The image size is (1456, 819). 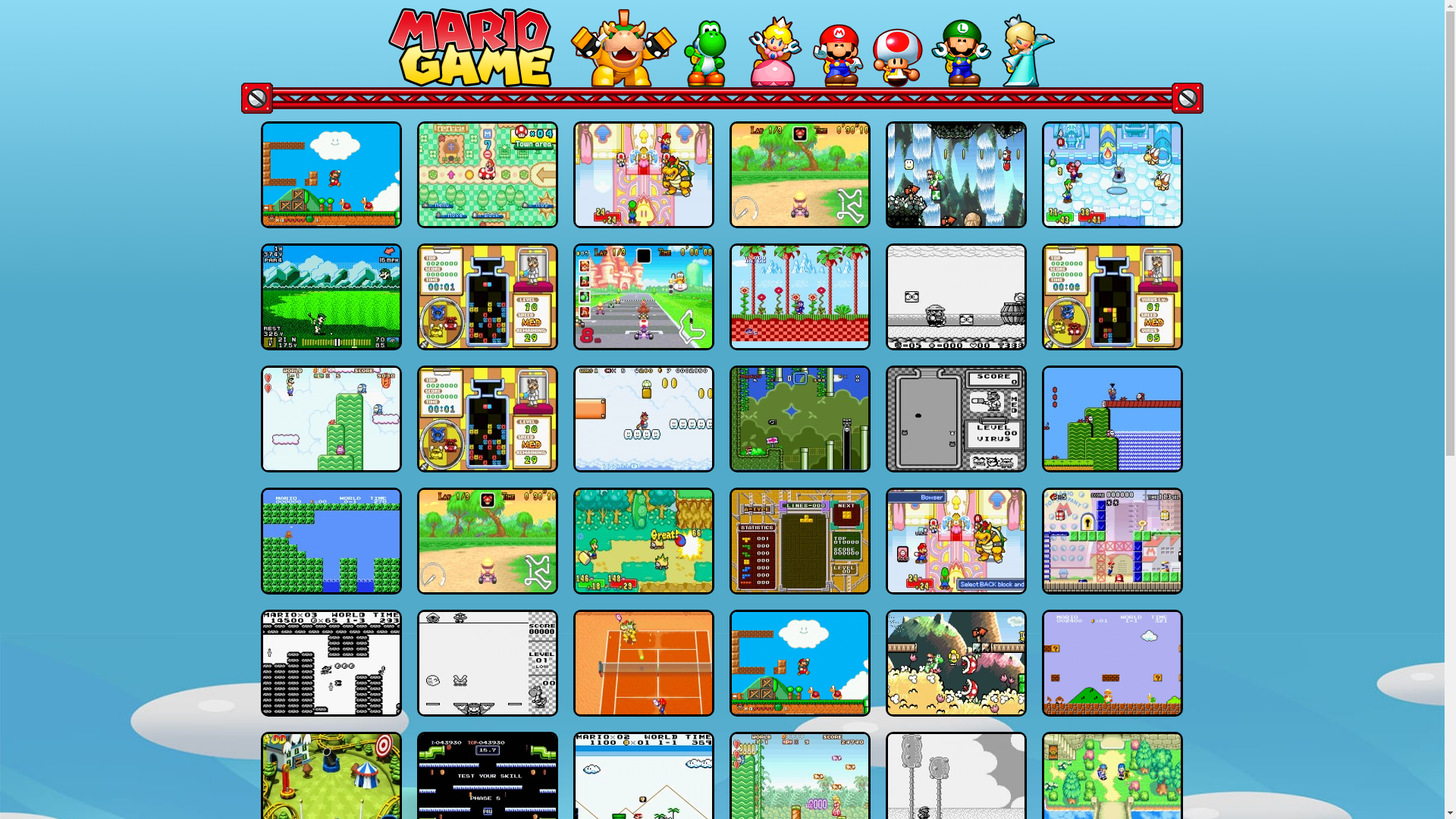 I want to click on 'Super Mario Advance: Super Mario USA & Mario Brothers', so click(x=731, y=783).